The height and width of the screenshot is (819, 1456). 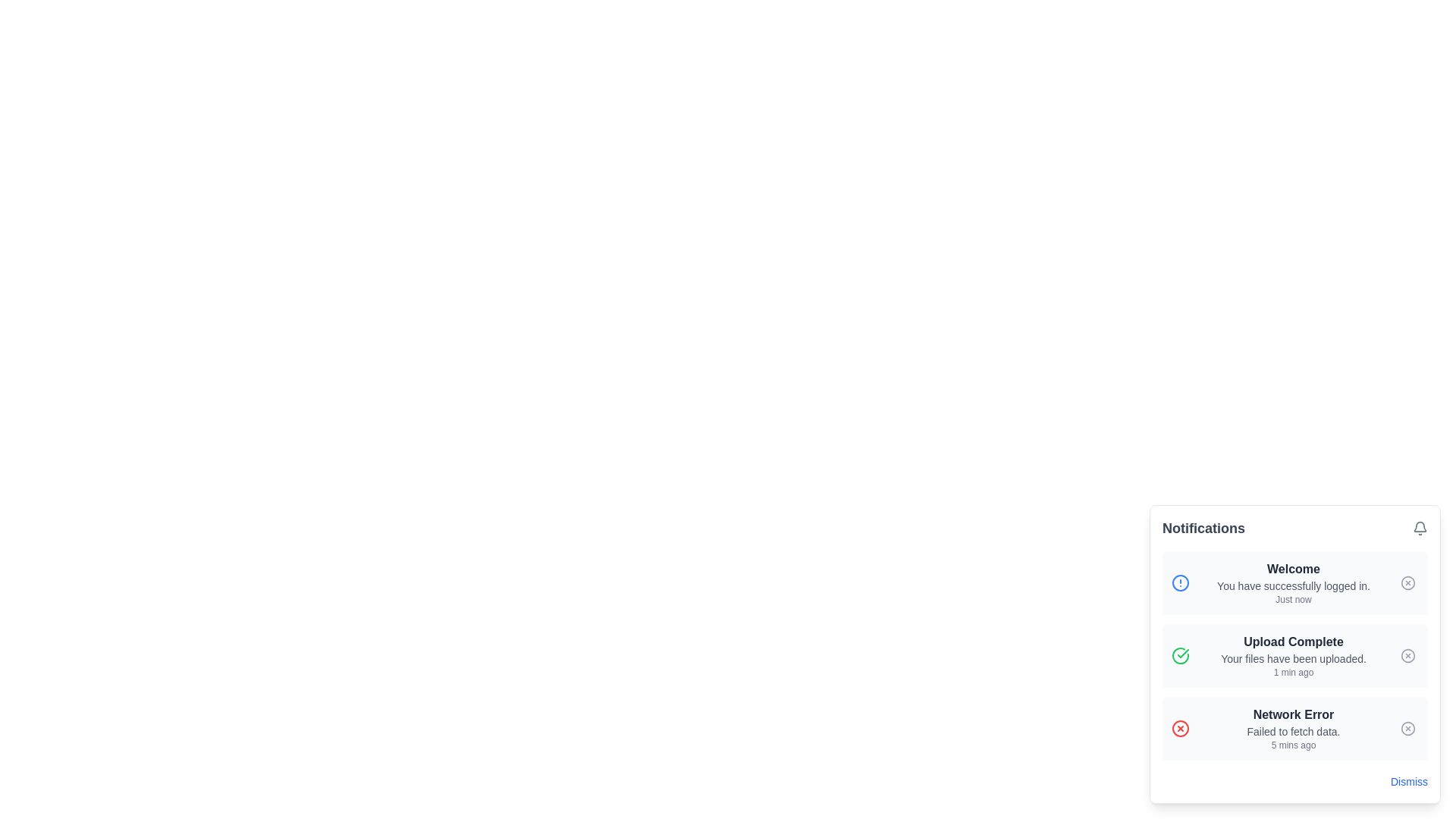 What do you see at coordinates (1203, 528) in the screenshot?
I see `title text of the notifications panel located at the top-left corner of the horizontal bar above the notifications list` at bounding box center [1203, 528].